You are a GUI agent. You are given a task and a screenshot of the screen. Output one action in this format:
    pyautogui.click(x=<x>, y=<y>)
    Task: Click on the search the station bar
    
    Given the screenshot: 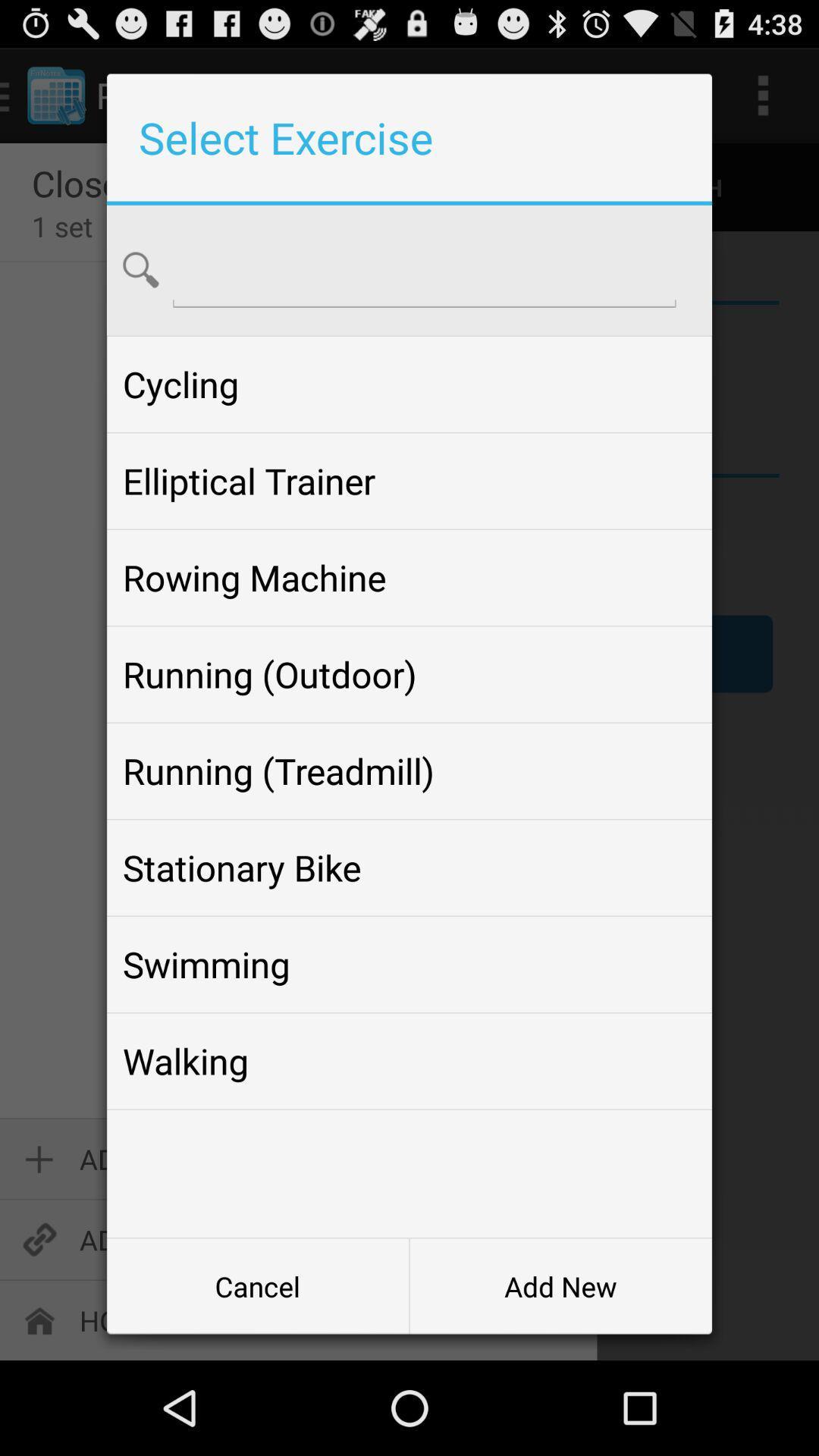 What is the action you would take?
    pyautogui.click(x=424, y=268)
    